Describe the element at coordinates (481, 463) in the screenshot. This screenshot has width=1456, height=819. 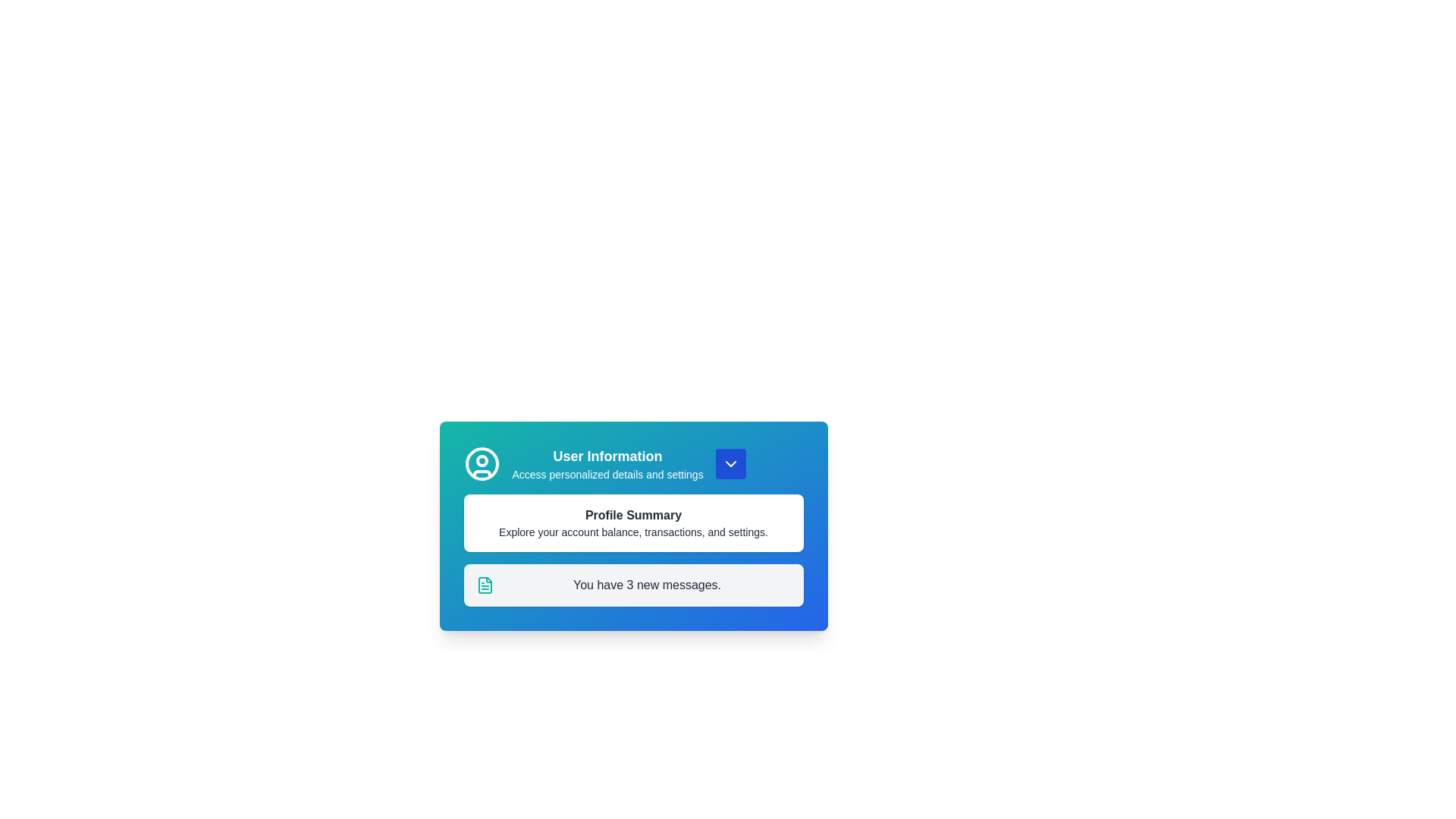
I see `the user profile icon located at the top-left corner of the user information section` at that location.